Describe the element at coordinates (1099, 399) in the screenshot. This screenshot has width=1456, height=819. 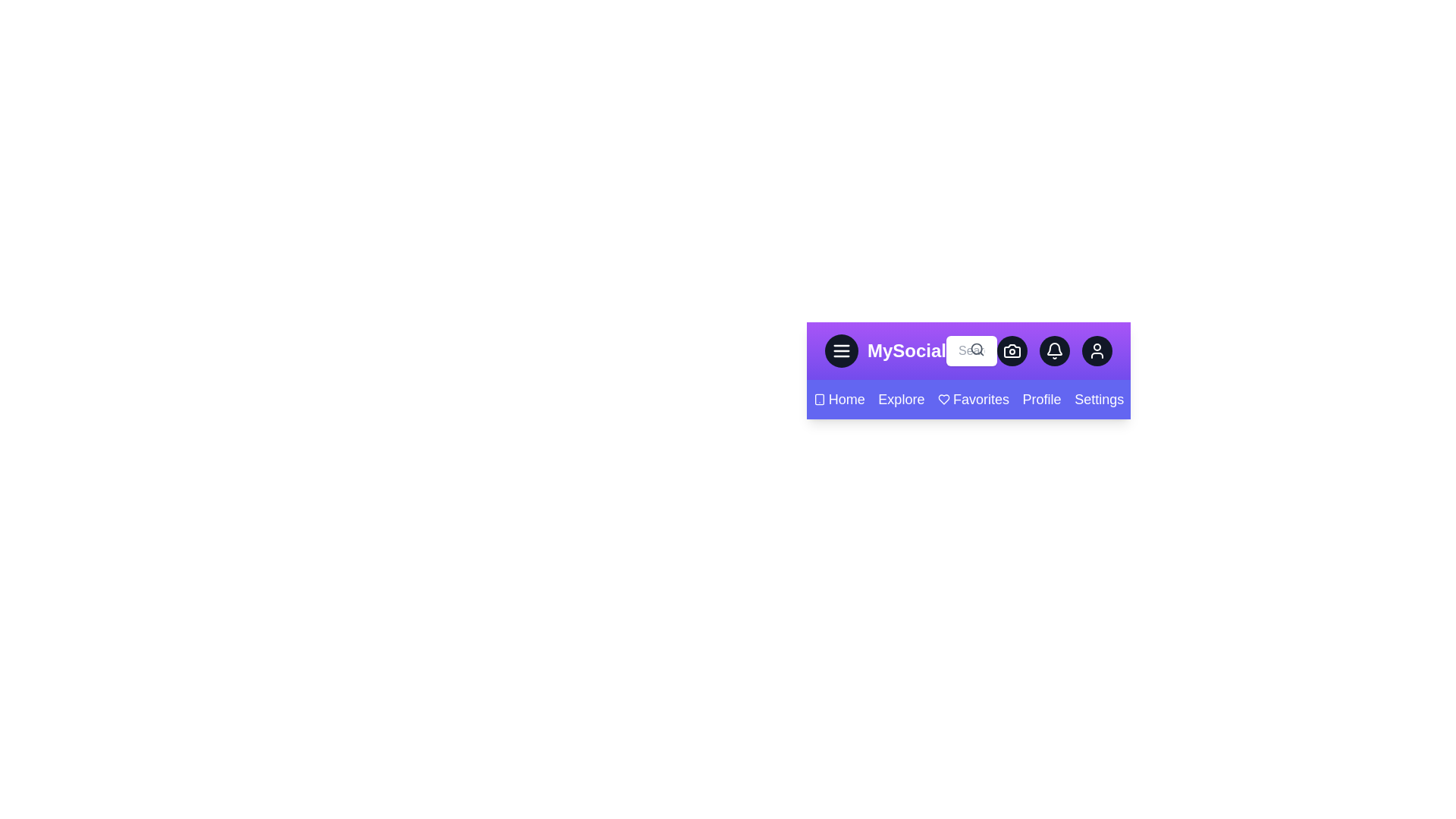
I see `the Settings navigation link to navigate to its respective section` at that location.